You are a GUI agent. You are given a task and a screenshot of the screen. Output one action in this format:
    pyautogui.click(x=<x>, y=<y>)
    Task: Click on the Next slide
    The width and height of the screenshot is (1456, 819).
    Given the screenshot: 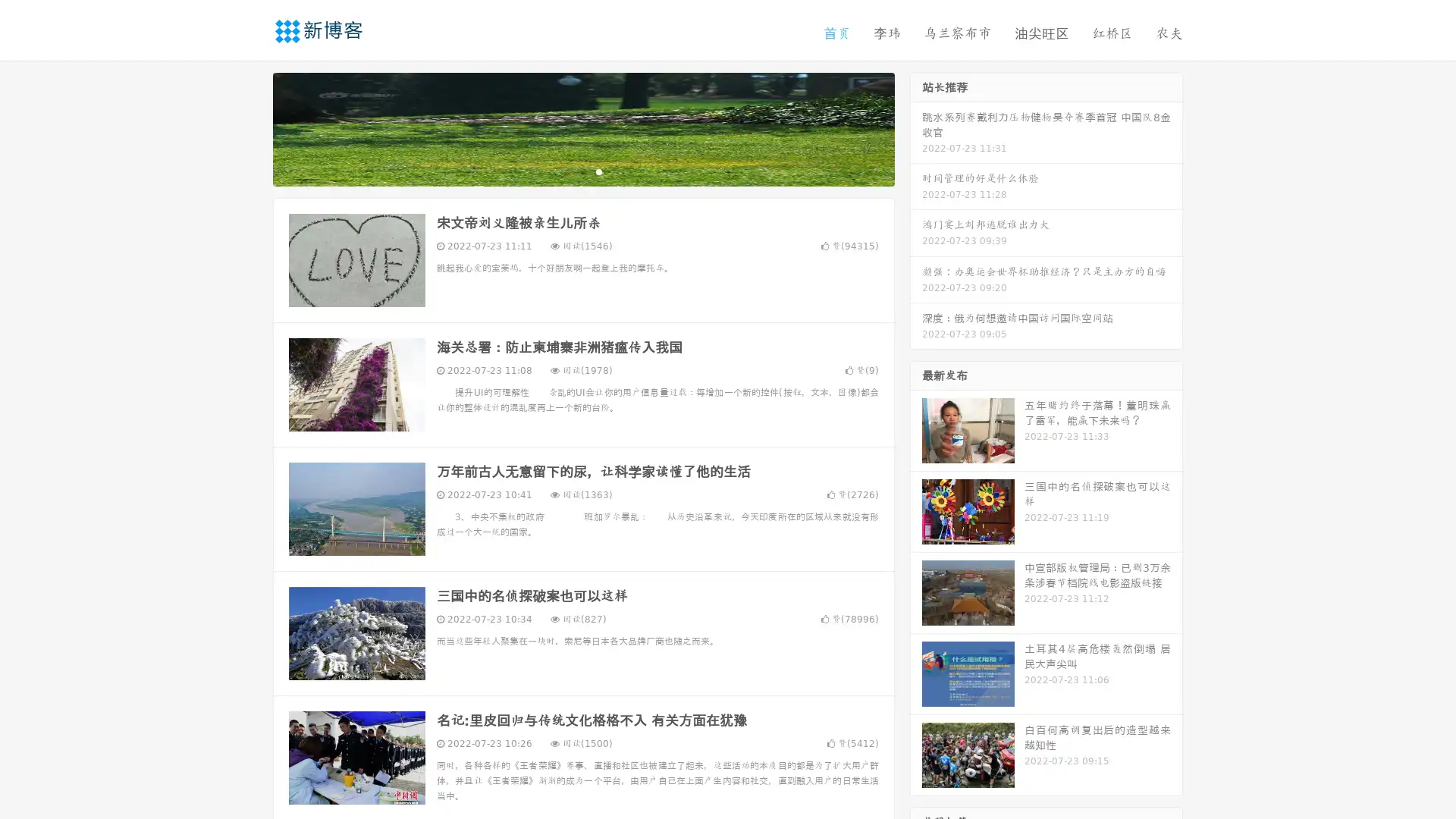 What is the action you would take?
    pyautogui.click(x=916, y=127)
    